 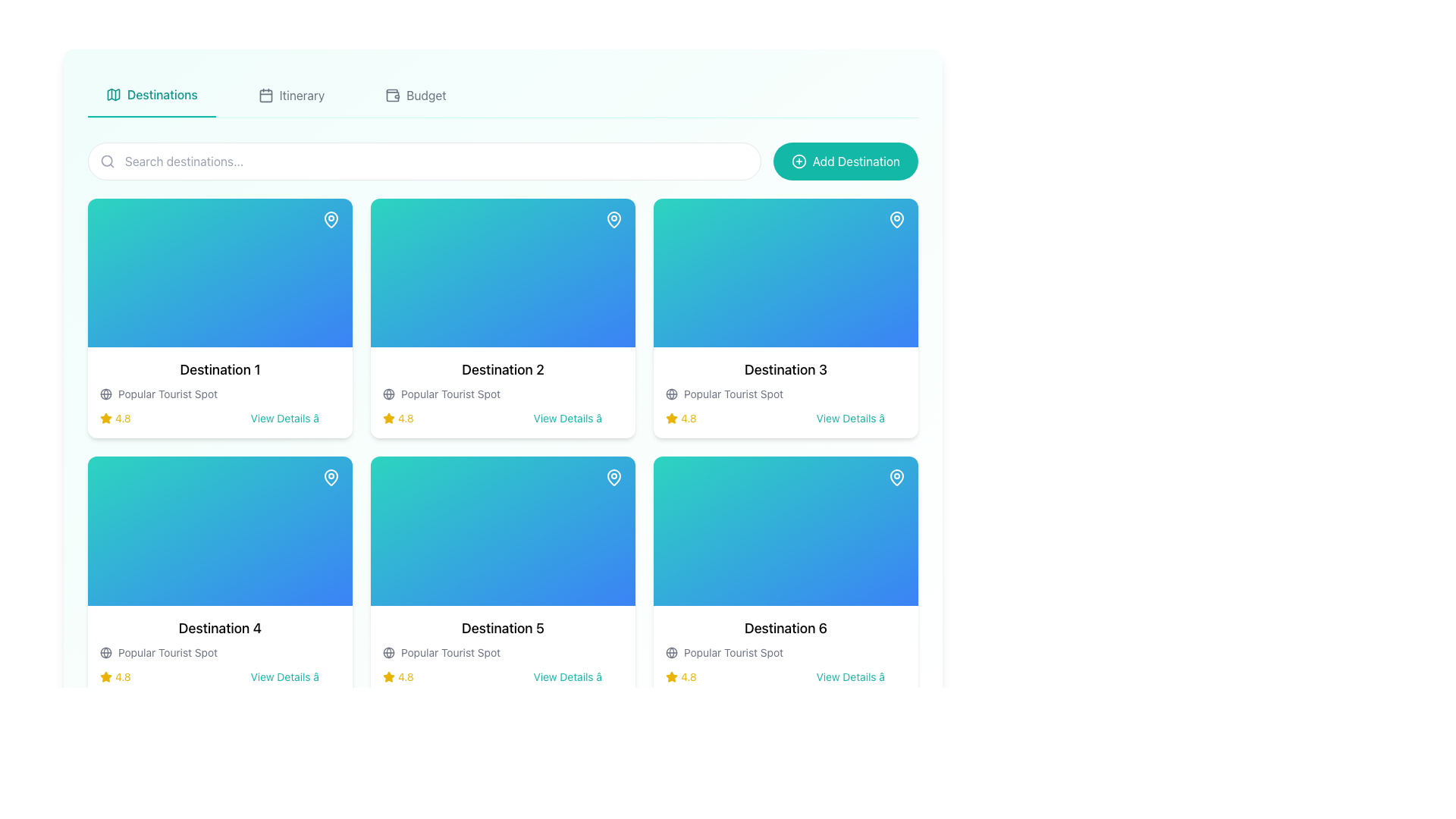 What do you see at coordinates (786, 676) in the screenshot?
I see `the rating display and 'View Details' link at the bottom of the 'Destination 6' card, which features a yellow rating of 4.8 and a teal hyperlink` at bounding box center [786, 676].